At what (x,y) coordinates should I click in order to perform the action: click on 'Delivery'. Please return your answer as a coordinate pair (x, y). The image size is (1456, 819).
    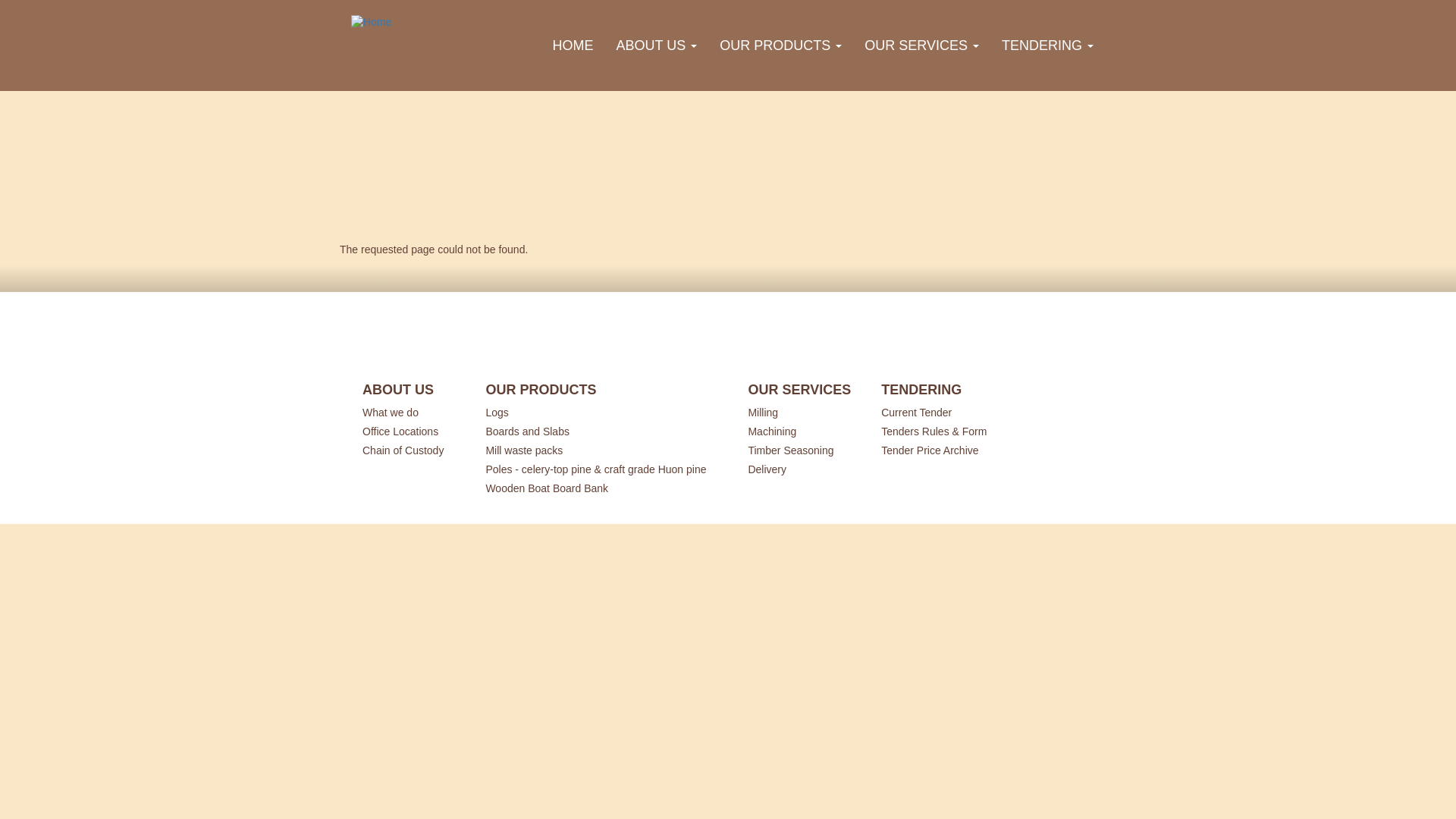
    Looking at the image, I should click on (795, 467).